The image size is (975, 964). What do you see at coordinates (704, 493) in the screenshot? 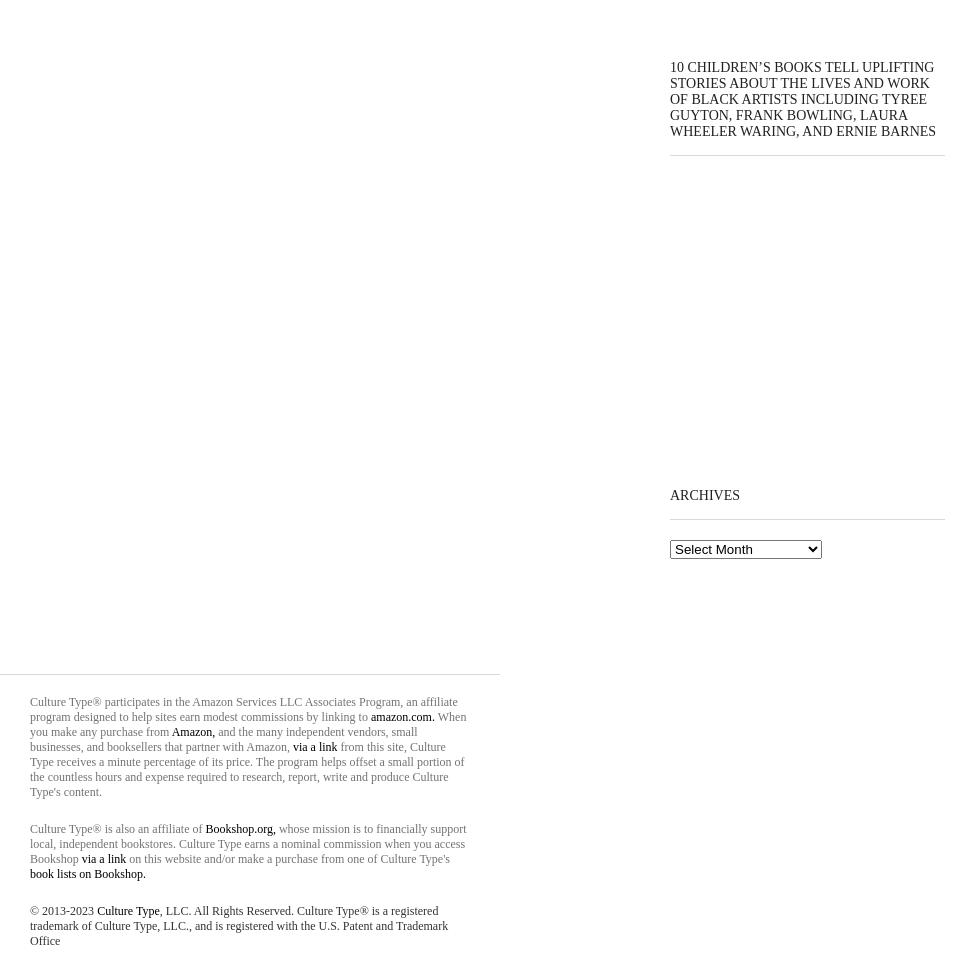
I see `'Archives'` at bounding box center [704, 493].